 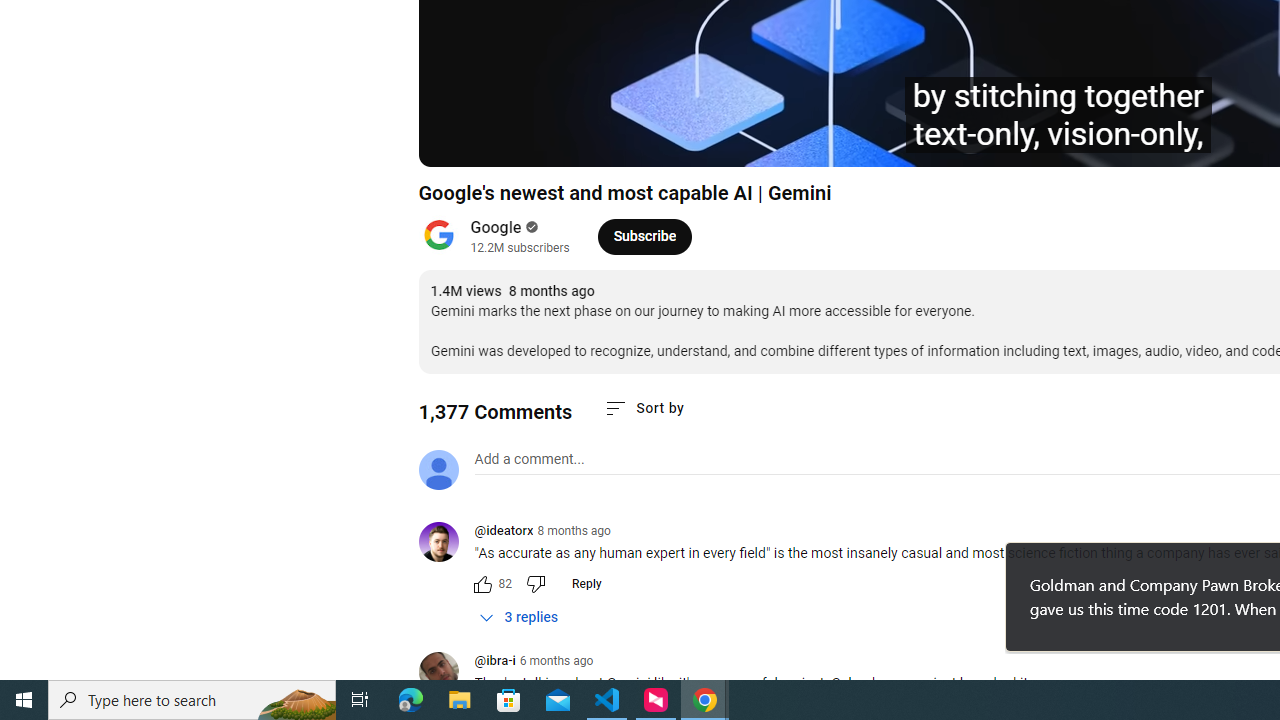 I want to click on '6 months ago', so click(x=556, y=661).